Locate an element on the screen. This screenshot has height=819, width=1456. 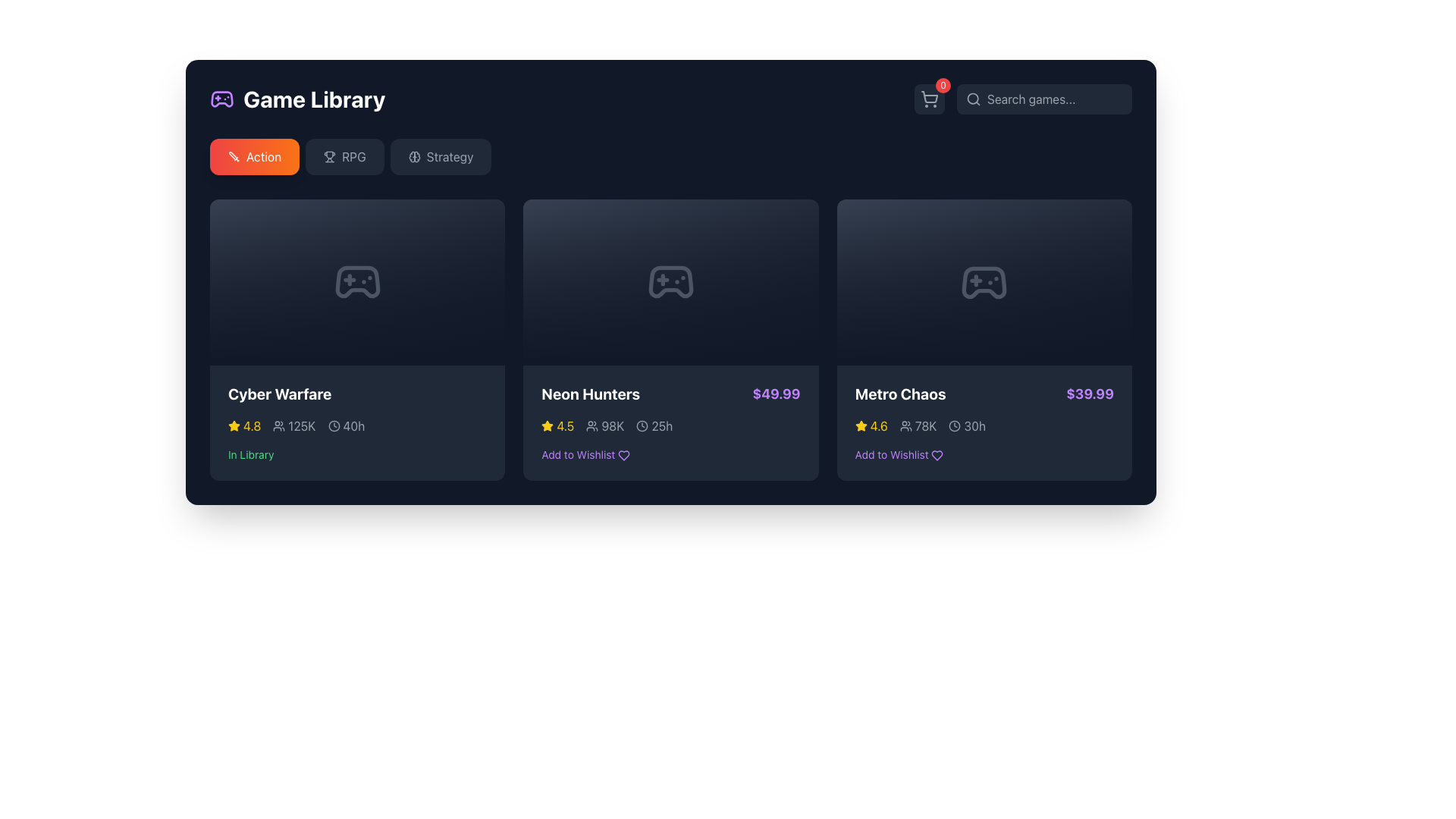
the displayed number on the Notification Badge located at the top-right corner of the shopping cart icon in the header section is located at coordinates (942, 85).